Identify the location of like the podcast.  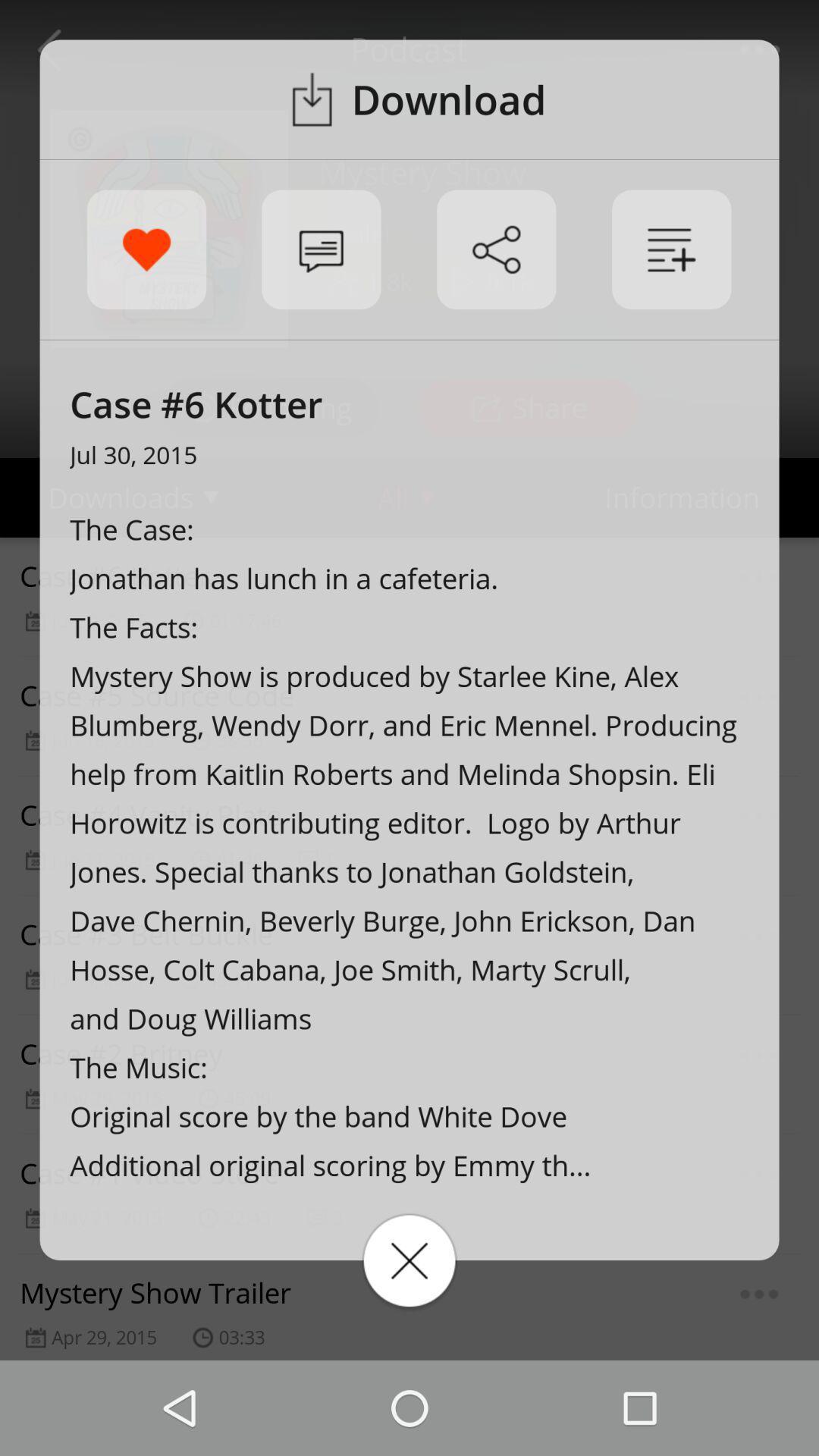
(146, 249).